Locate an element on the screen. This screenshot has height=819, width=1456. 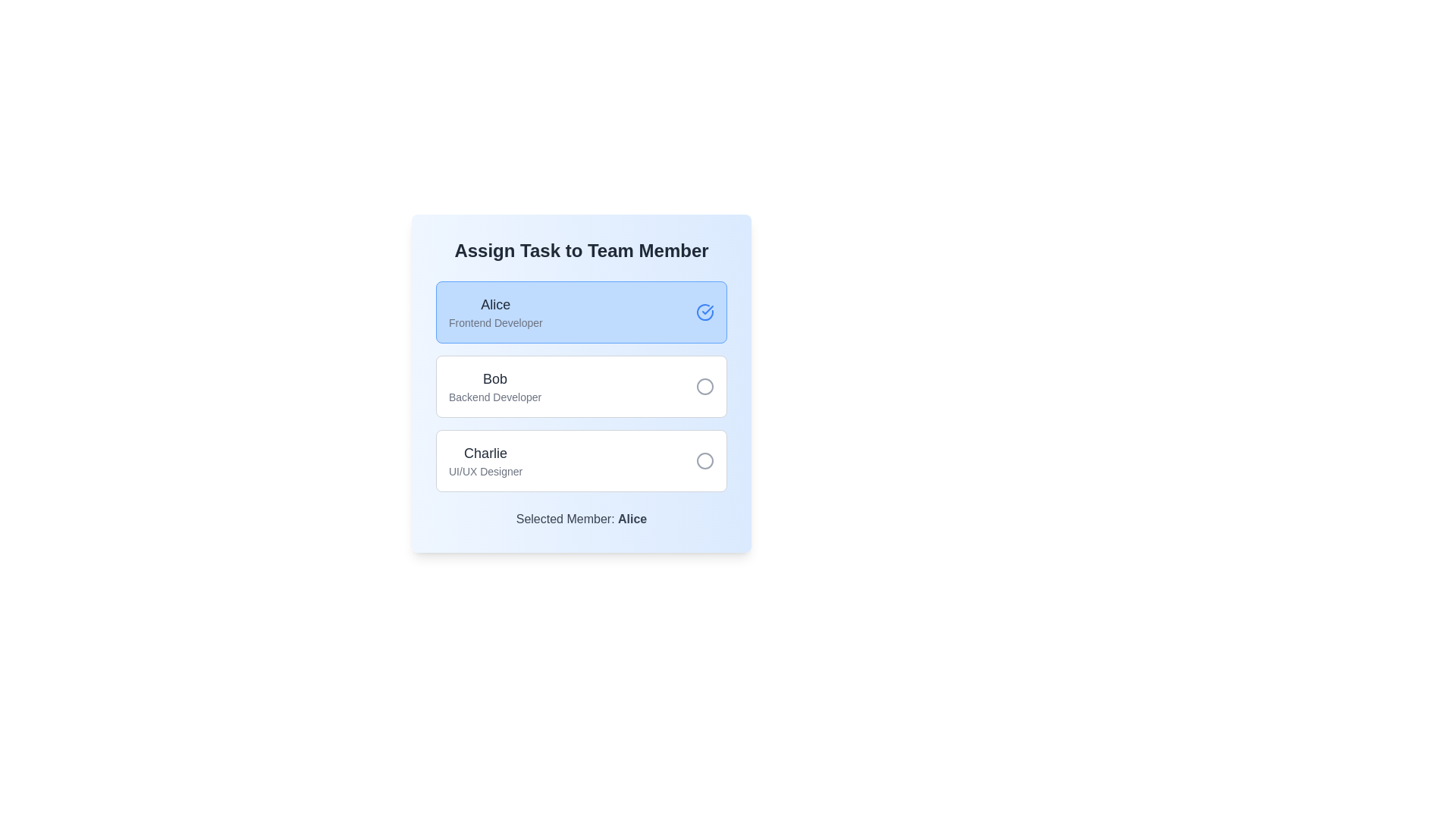
the text label that reads 'Selected Member: Alice', which is positioned below the selectable team member options is located at coordinates (581, 519).